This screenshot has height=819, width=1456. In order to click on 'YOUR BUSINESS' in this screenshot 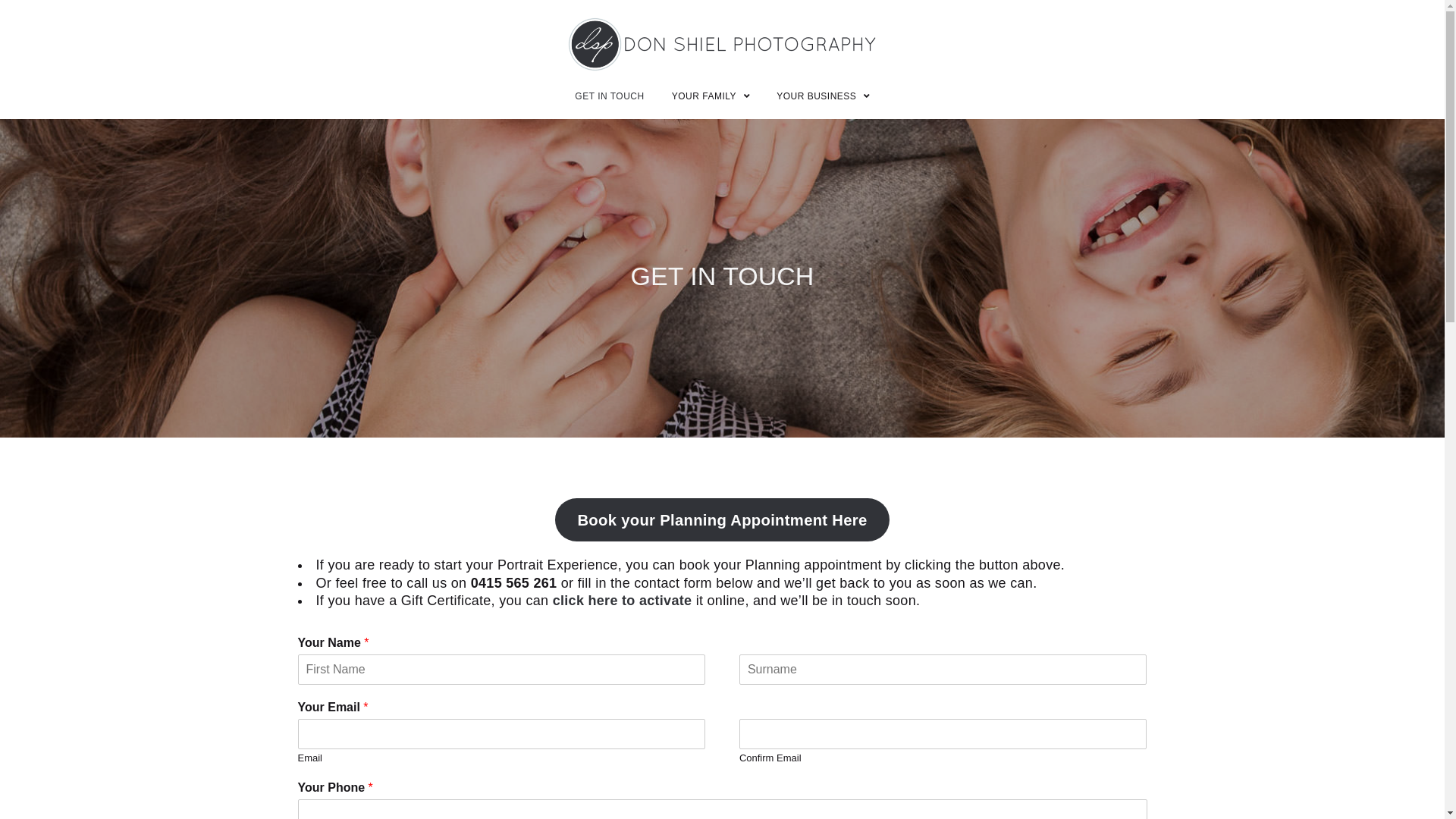, I will do `click(822, 96)`.